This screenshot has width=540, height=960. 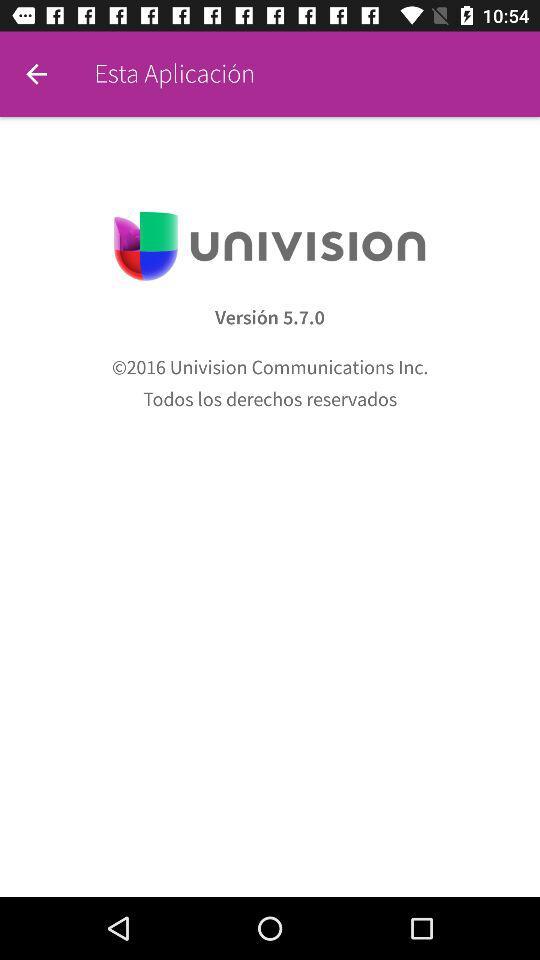 What do you see at coordinates (270, 318) in the screenshot?
I see `the icon above 2016 univision communications` at bounding box center [270, 318].